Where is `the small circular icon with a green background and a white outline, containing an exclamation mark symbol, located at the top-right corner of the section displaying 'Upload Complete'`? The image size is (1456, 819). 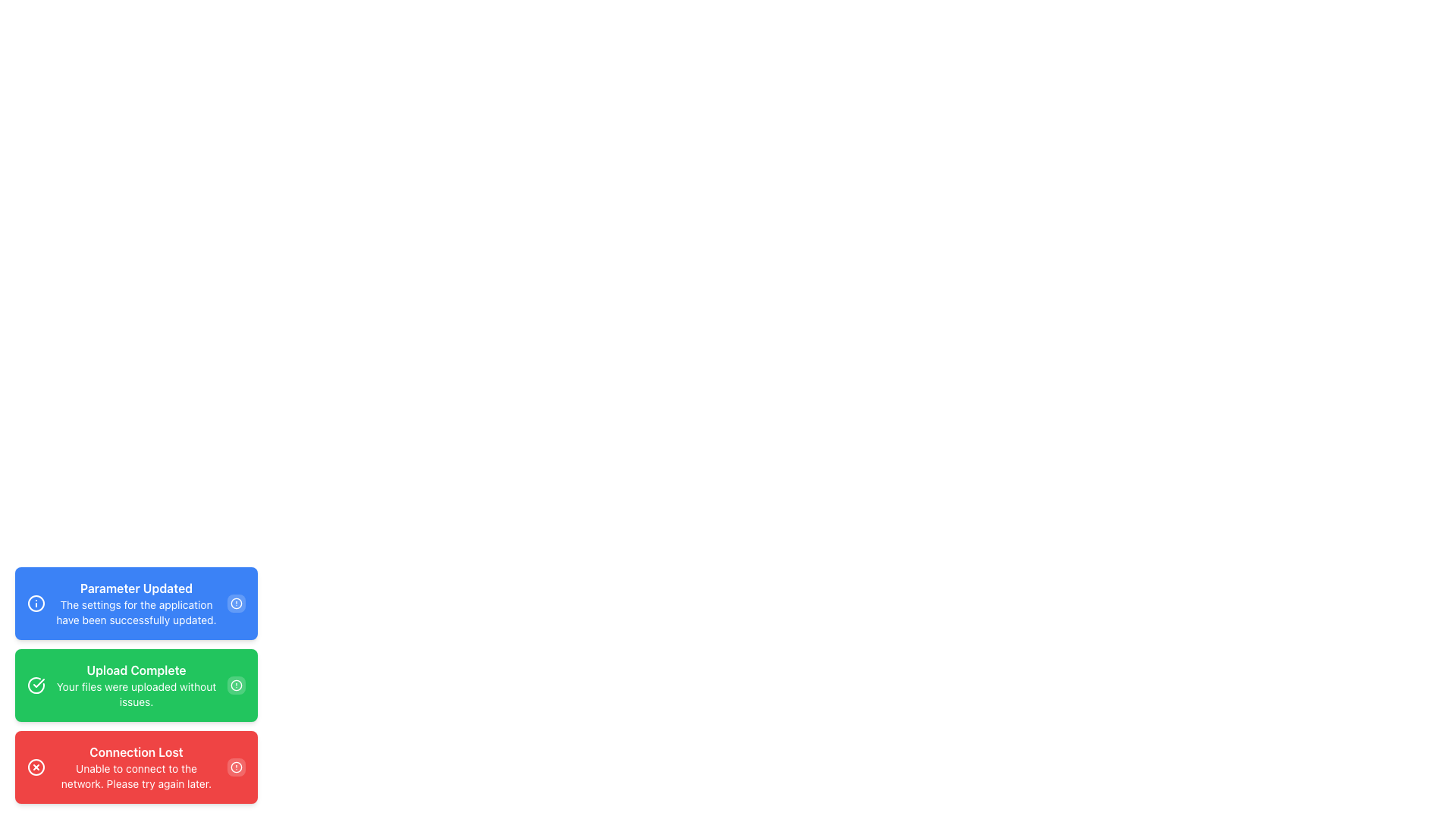
the small circular icon with a green background and a white outline, containing an exclamation mark symbol, located at the top-right corner of the section displaying 'Upload Complete' is located at coordinates (236, 685).